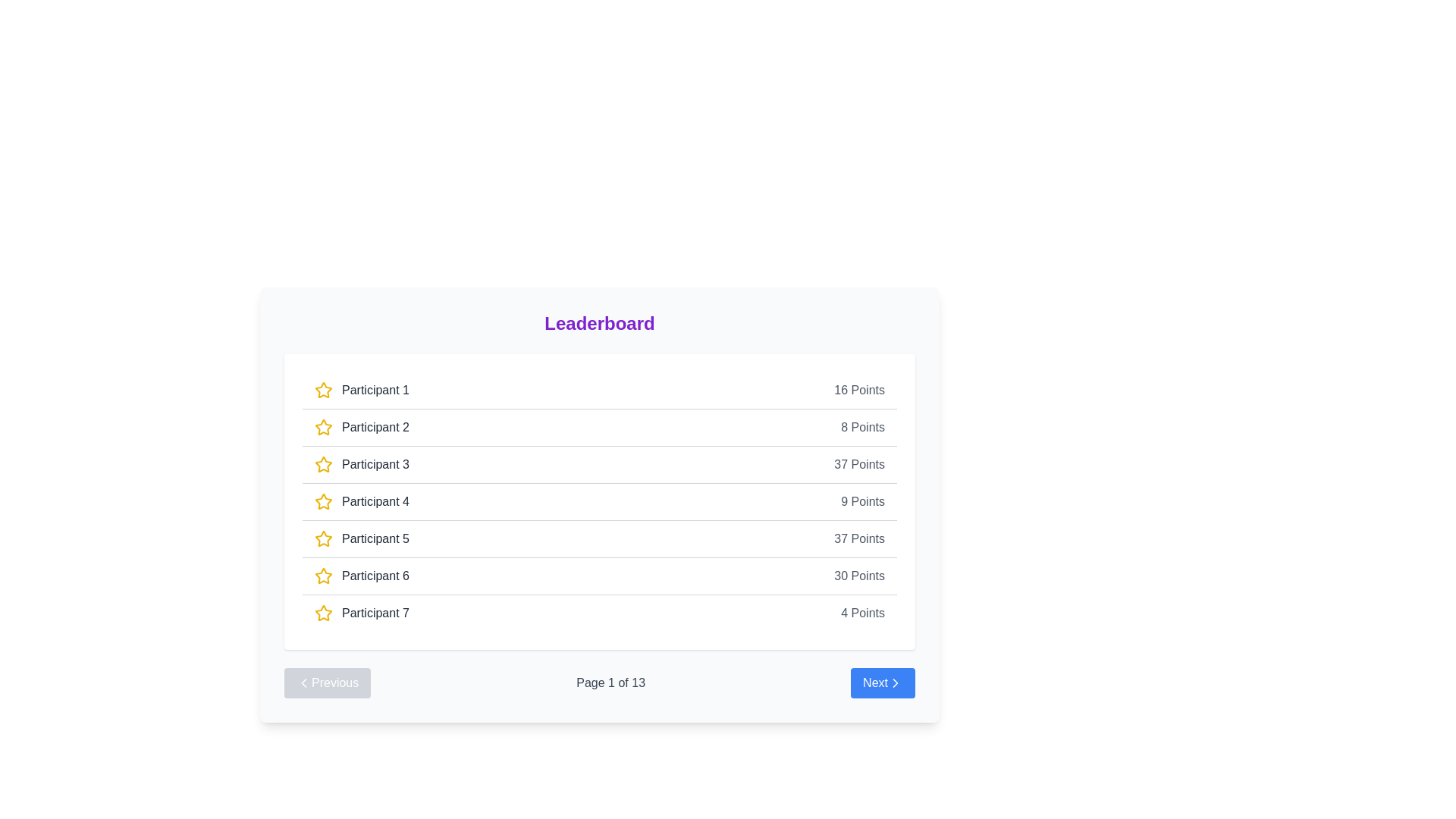 The height and width of the screenshot is (819, 1456). Describe the element at coordinates (859, 576) in the screenshot. I see `displayed text '30 Points' from the leaderboard entry for 'Participant 6', located at the far right of the row` at that location.